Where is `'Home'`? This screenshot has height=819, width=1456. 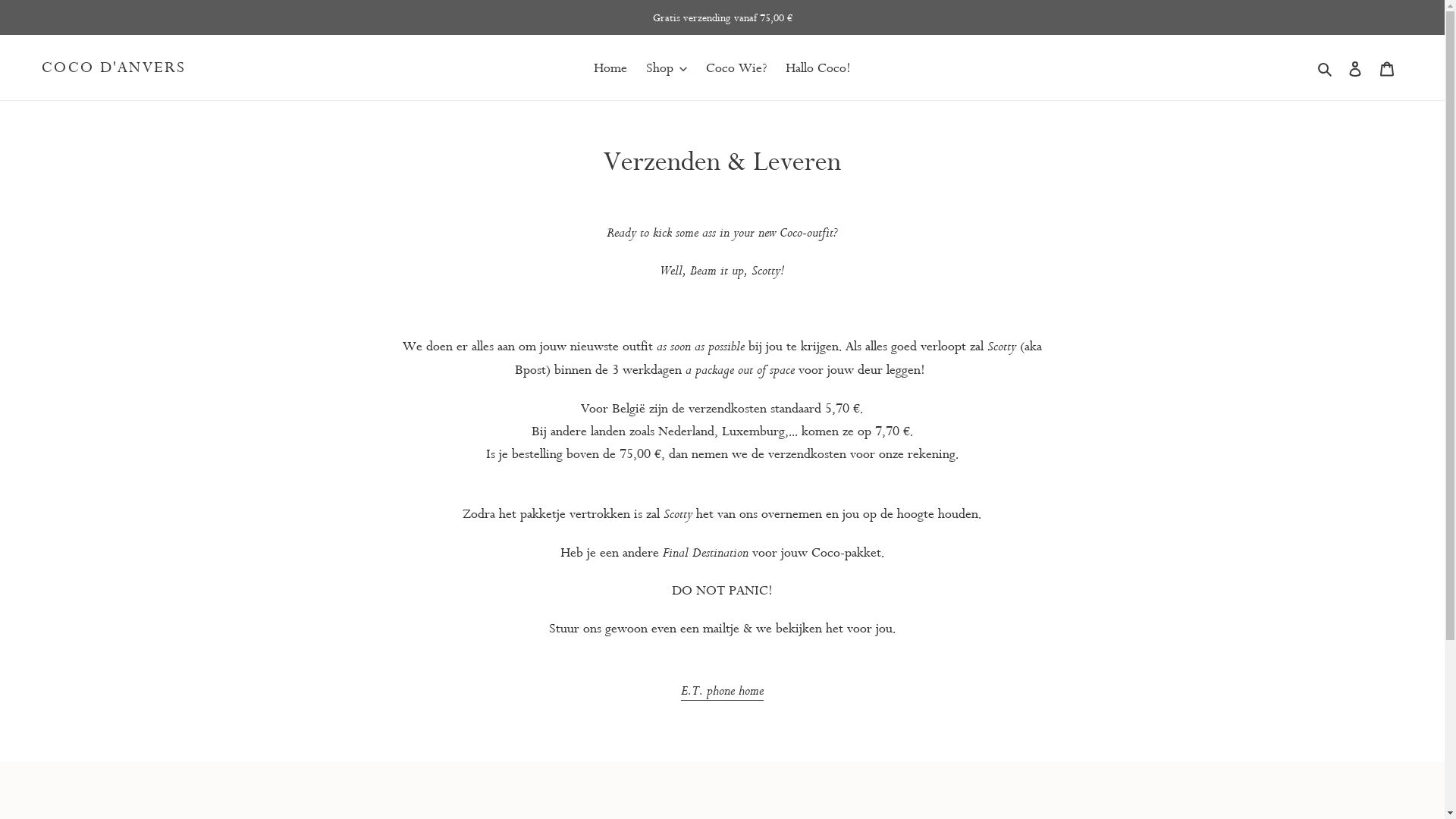 'Home' is located at coordinates (610, 66).